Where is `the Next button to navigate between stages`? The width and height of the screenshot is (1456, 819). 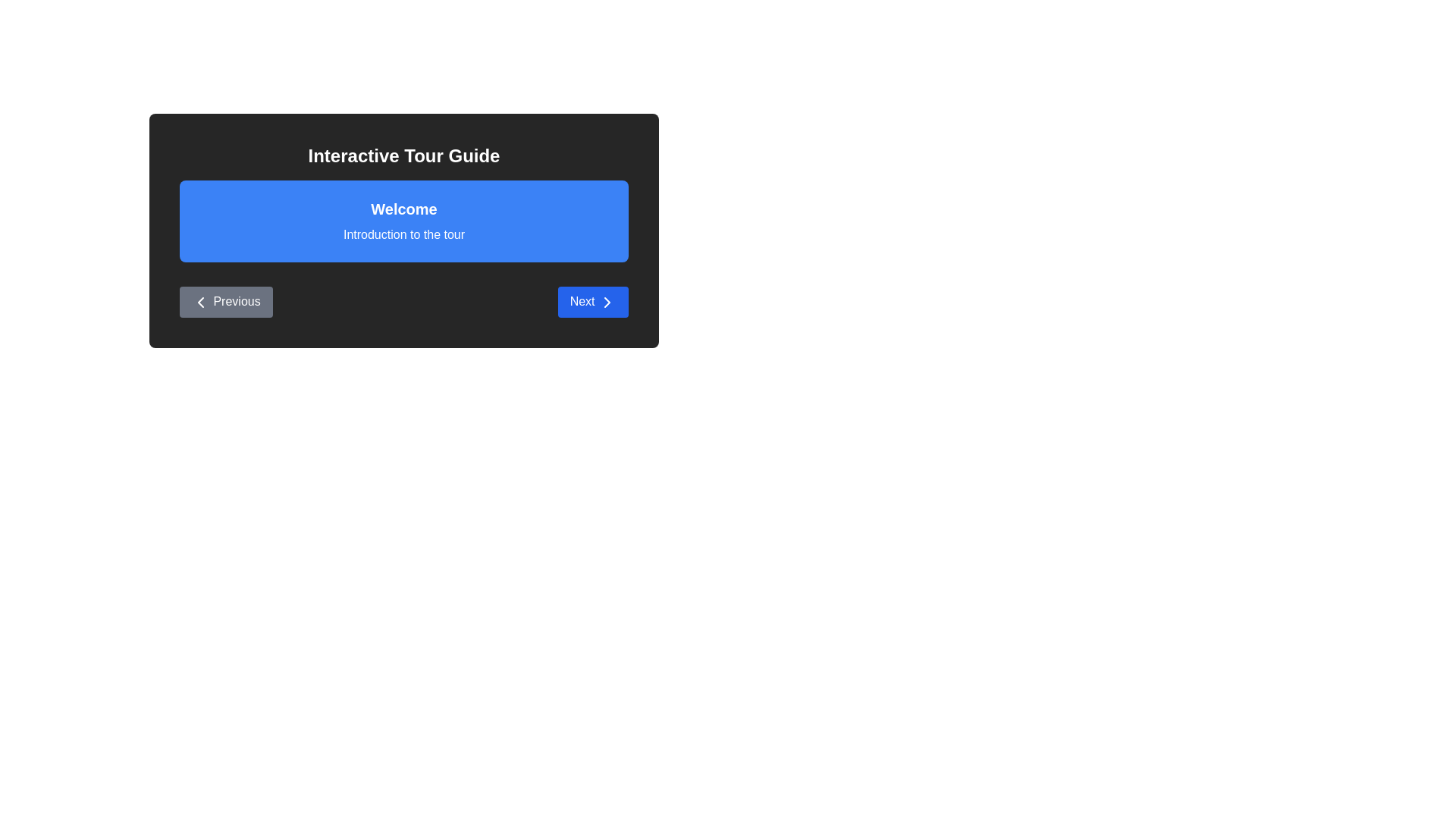 the Next button to navigate between stages is located at coordinates (592, 302).